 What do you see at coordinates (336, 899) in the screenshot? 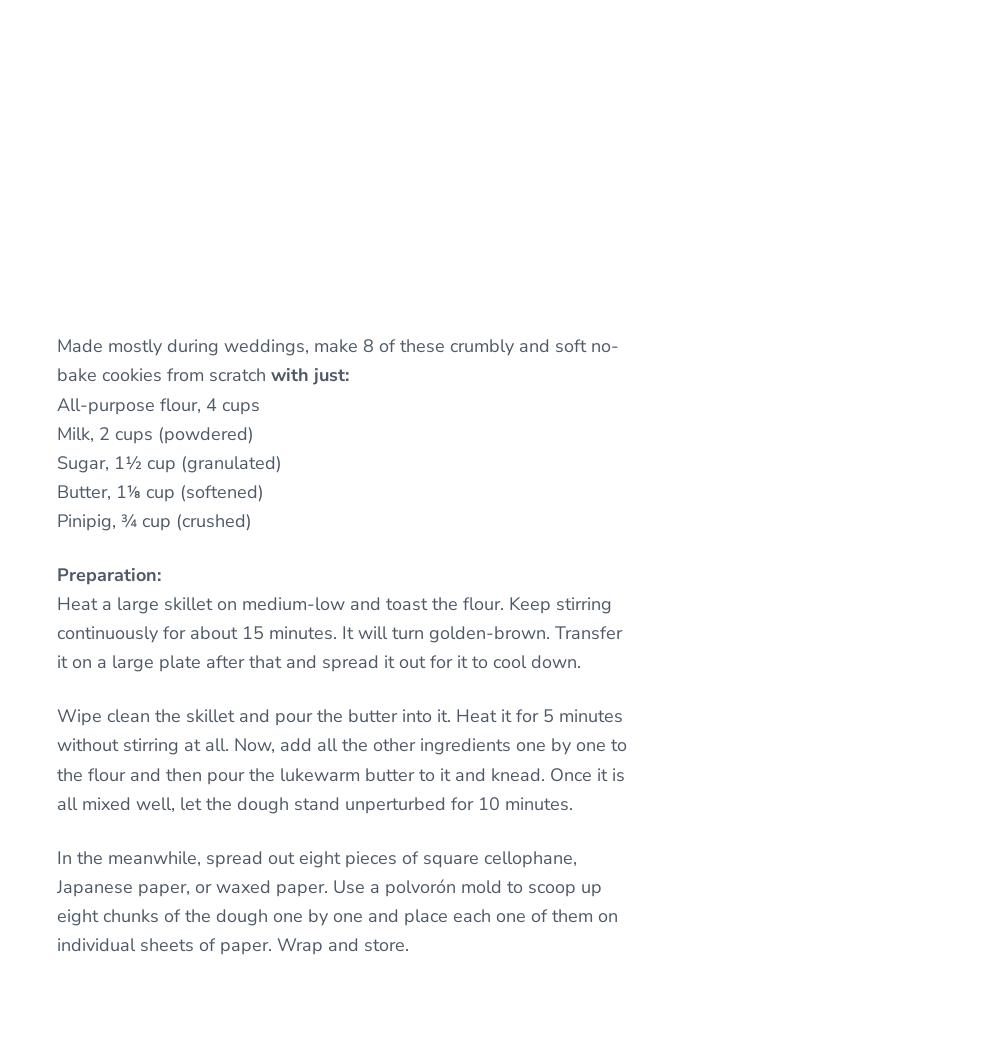
I see `'In the meanwhile, spread out eight pieces of square cellophane, Japanese paper, or waxed paper. Use a polvorón mold to scoop up eight chunks of the dough one by one and place each one of them on individual sheets of paper. Wrap and store.'` at bounding box center [336, 899].